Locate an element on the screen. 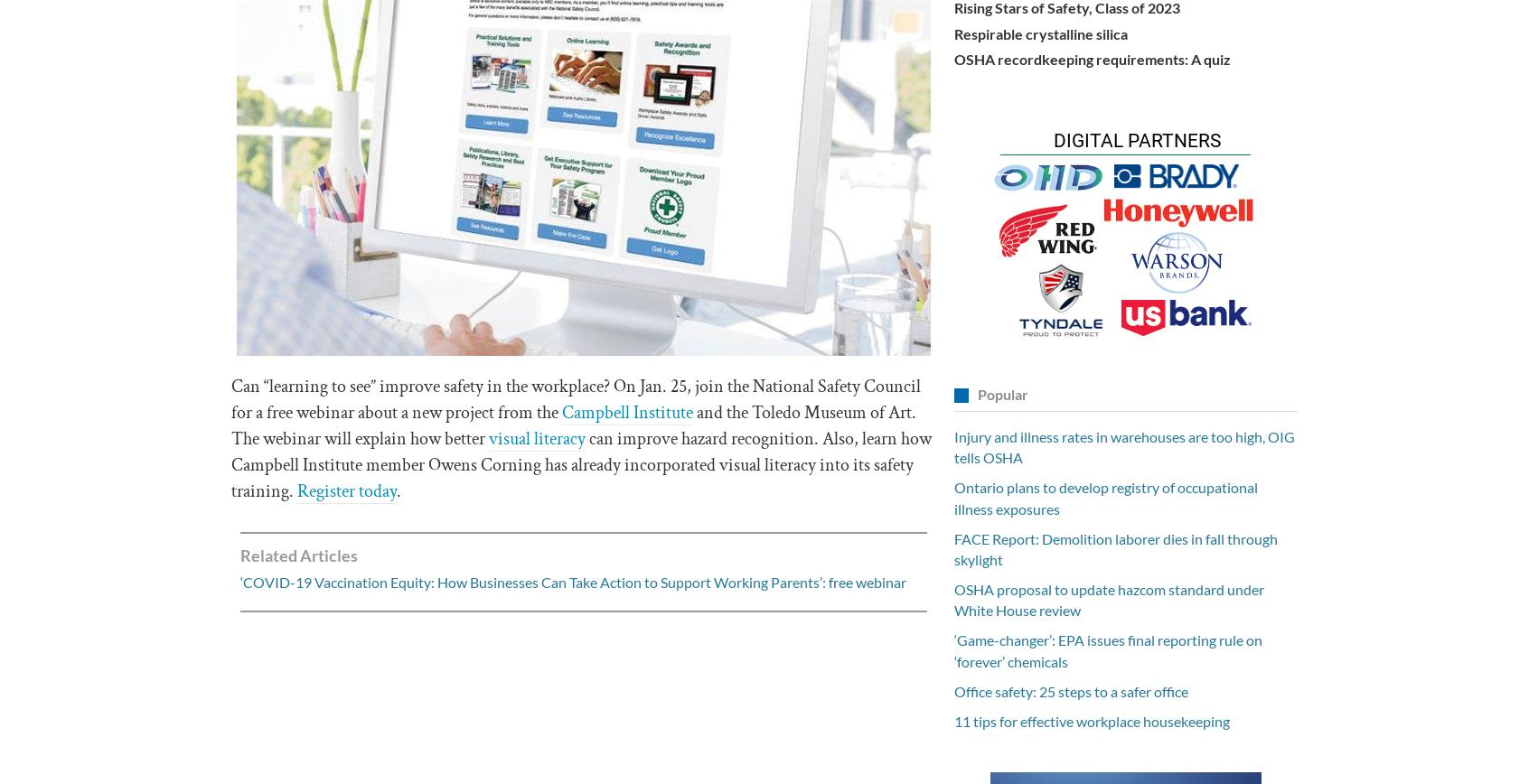 The image size is (1529, 784). 'Popular' is located at coordinates (1002, 393).